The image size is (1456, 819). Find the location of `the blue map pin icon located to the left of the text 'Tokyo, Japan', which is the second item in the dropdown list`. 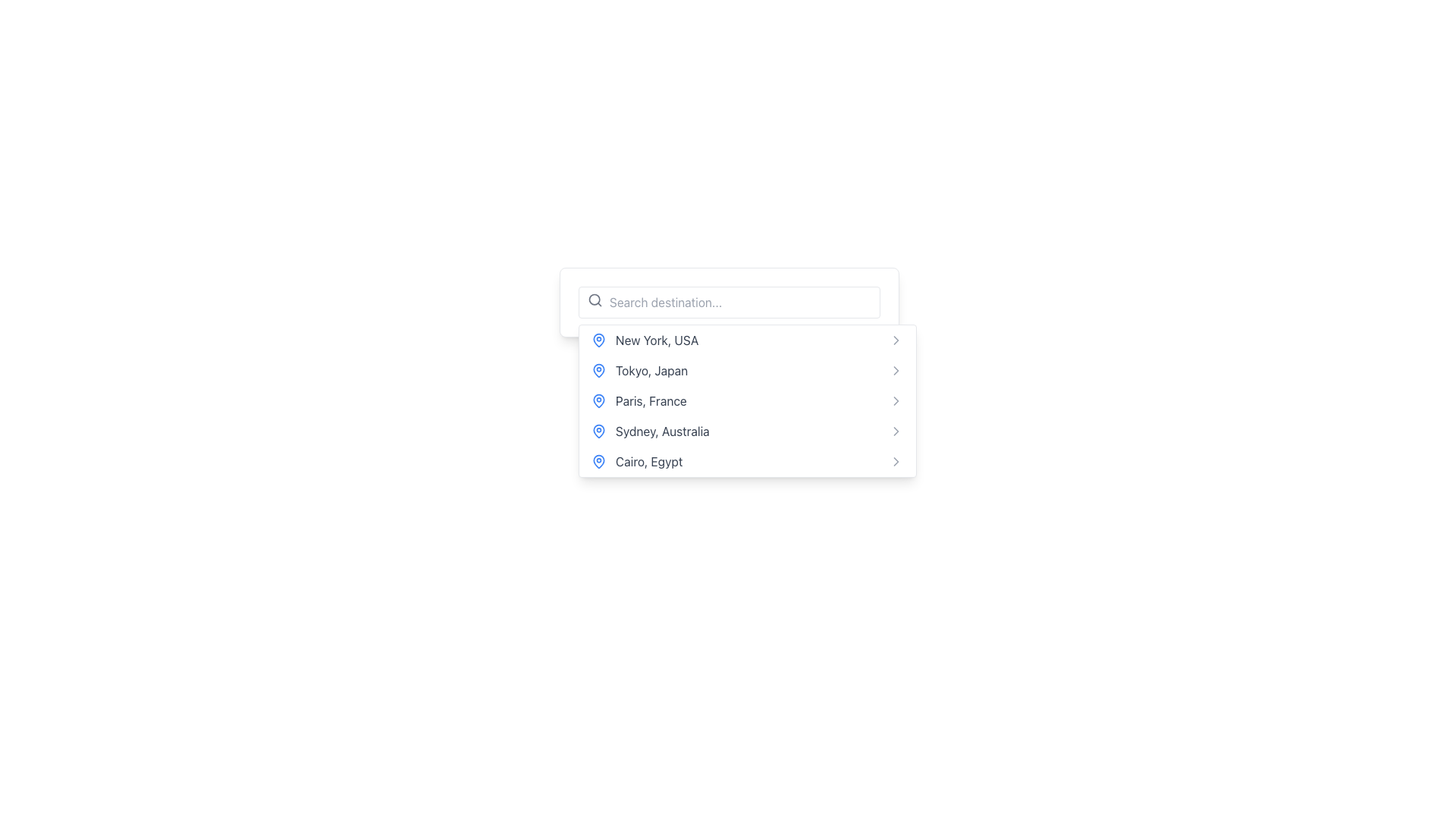

the blue map pin icon located to the left of the text 'Tokyo, Japan', which is the second item in the dropdown list is located at coordinates (598, 371).